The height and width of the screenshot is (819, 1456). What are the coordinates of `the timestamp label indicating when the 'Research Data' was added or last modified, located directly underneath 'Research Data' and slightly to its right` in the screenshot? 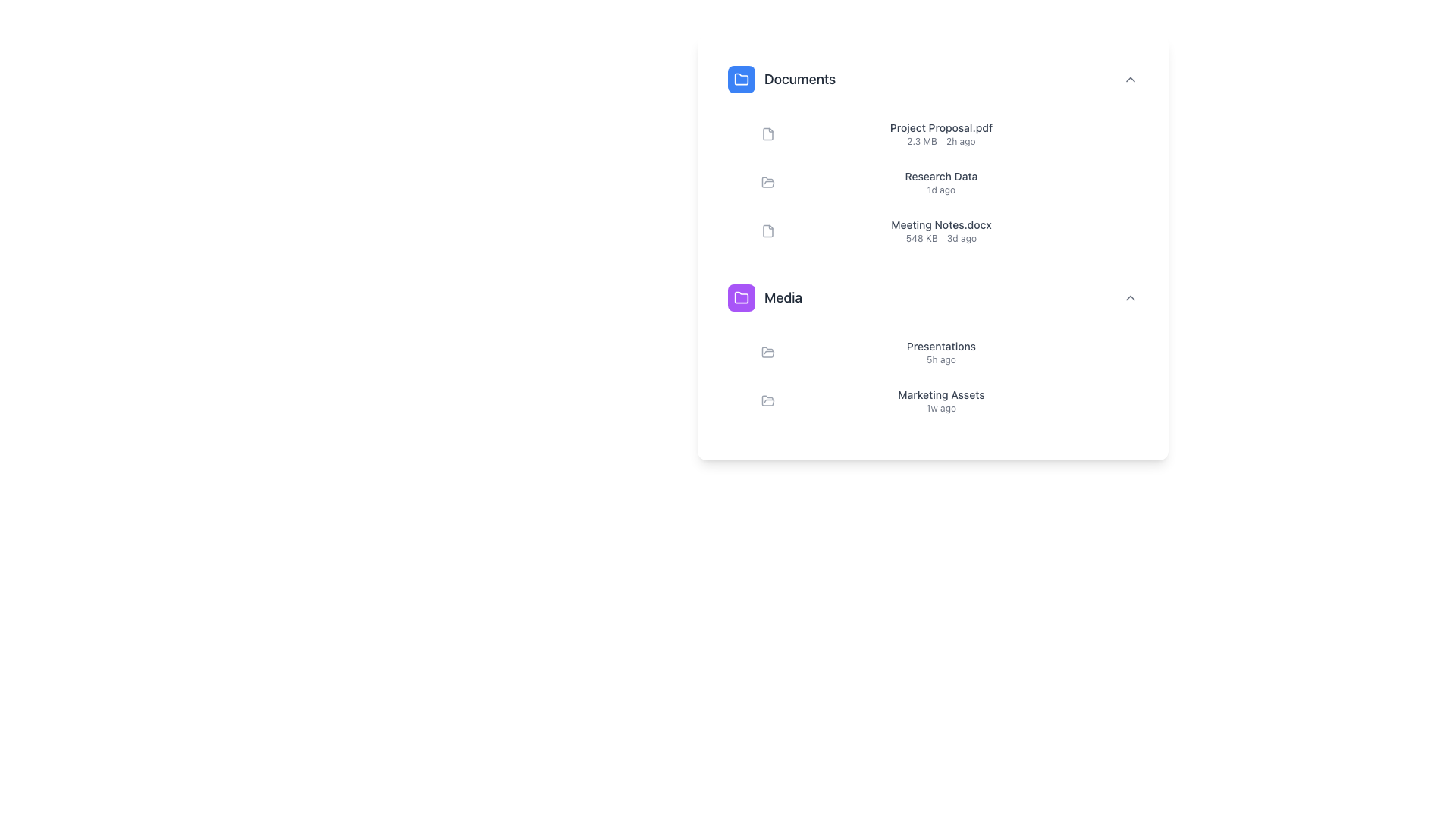 It's located at (940, 189).